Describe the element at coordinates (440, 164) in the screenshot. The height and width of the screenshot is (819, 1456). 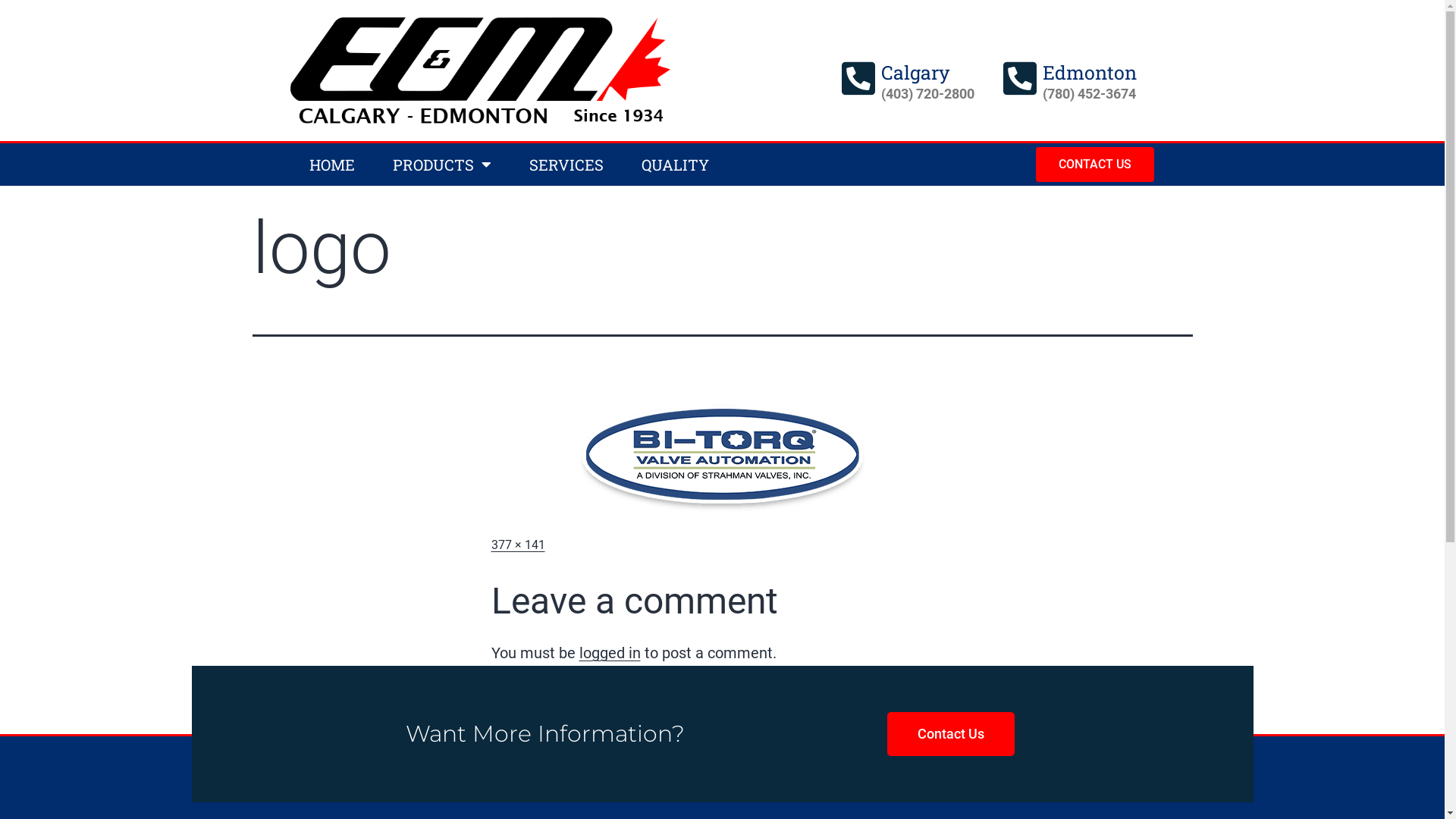
I see `'PRODUCTS'` at that location.